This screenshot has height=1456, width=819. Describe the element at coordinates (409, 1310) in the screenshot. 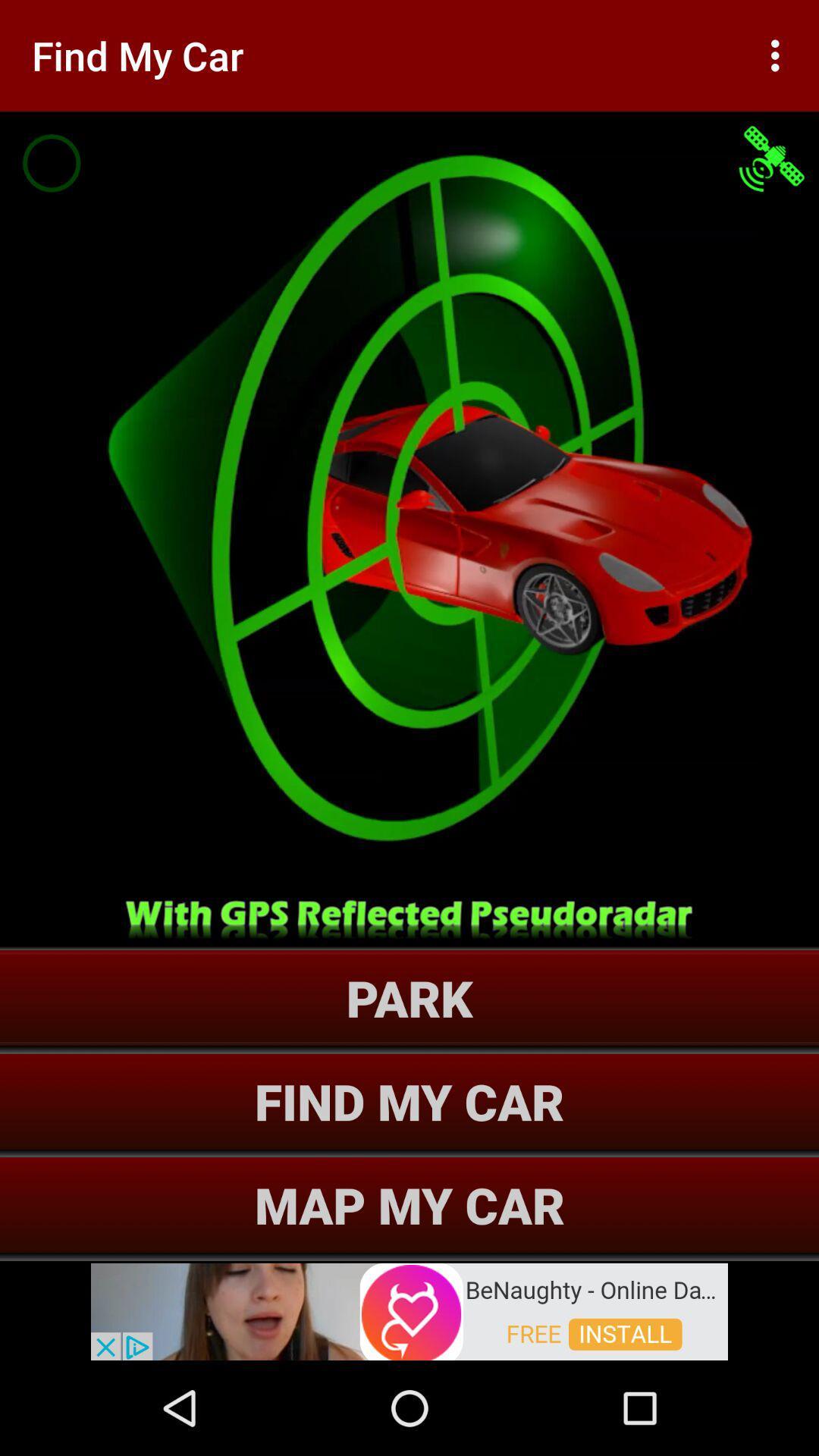

I see `showing the advertisement` at that location.